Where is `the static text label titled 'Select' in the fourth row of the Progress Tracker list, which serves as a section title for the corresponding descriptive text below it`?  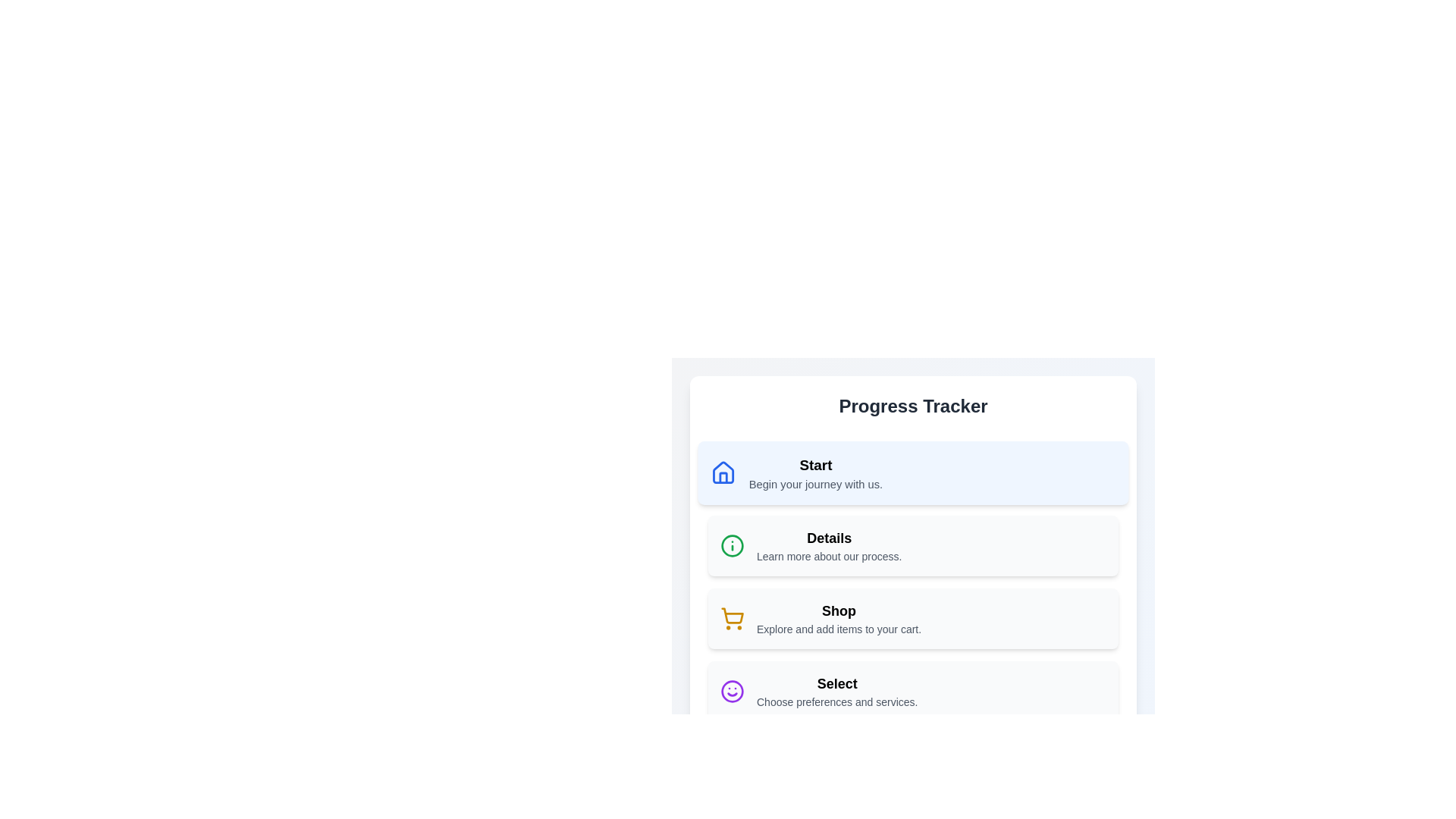
the static text label titled 'Select' in the fourth row of the Progress Tracker list, which serves as a section title for the corresponding descriptive text below it is located at coordinates (836, 684).